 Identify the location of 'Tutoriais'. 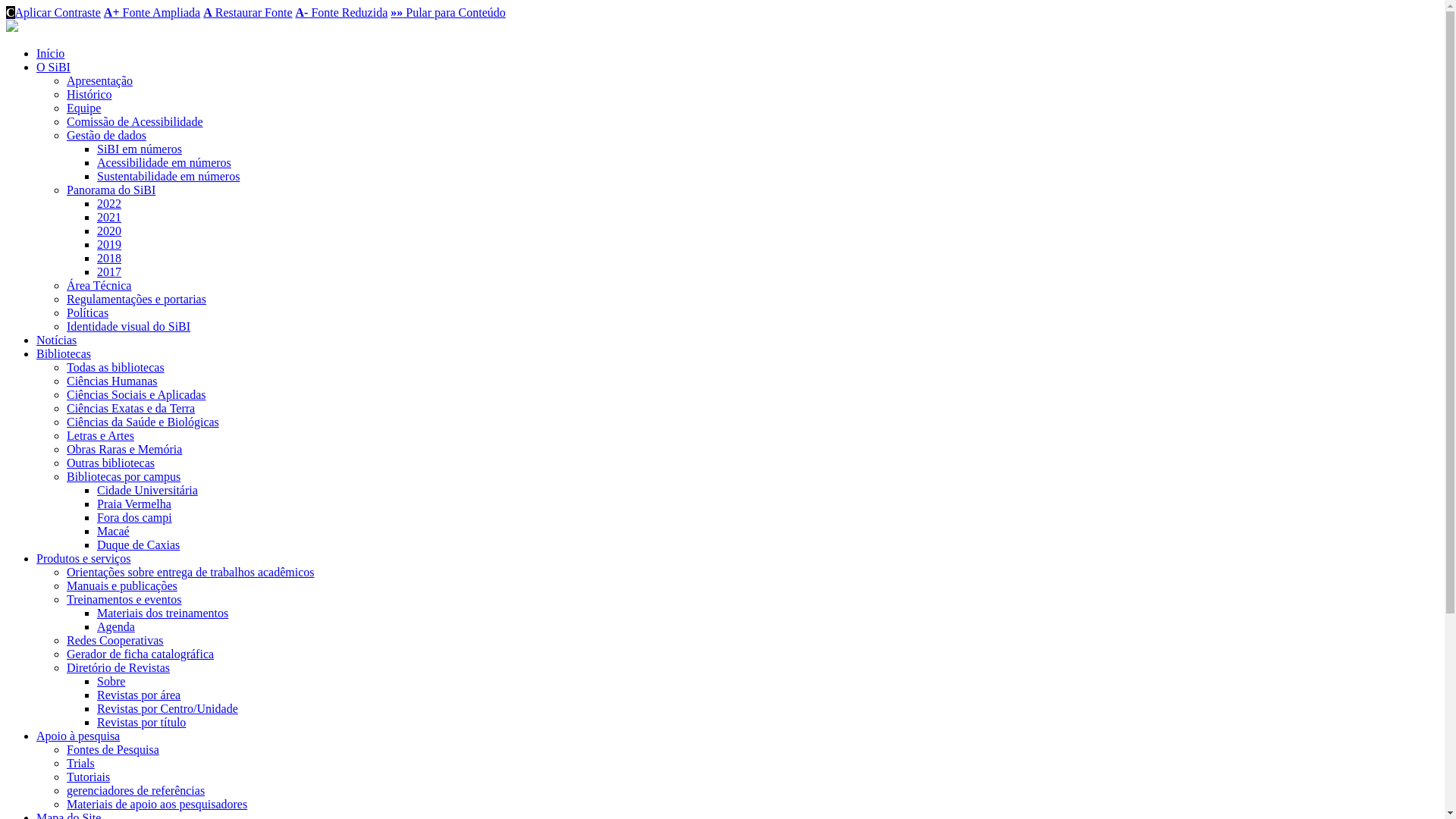
(65, 777).